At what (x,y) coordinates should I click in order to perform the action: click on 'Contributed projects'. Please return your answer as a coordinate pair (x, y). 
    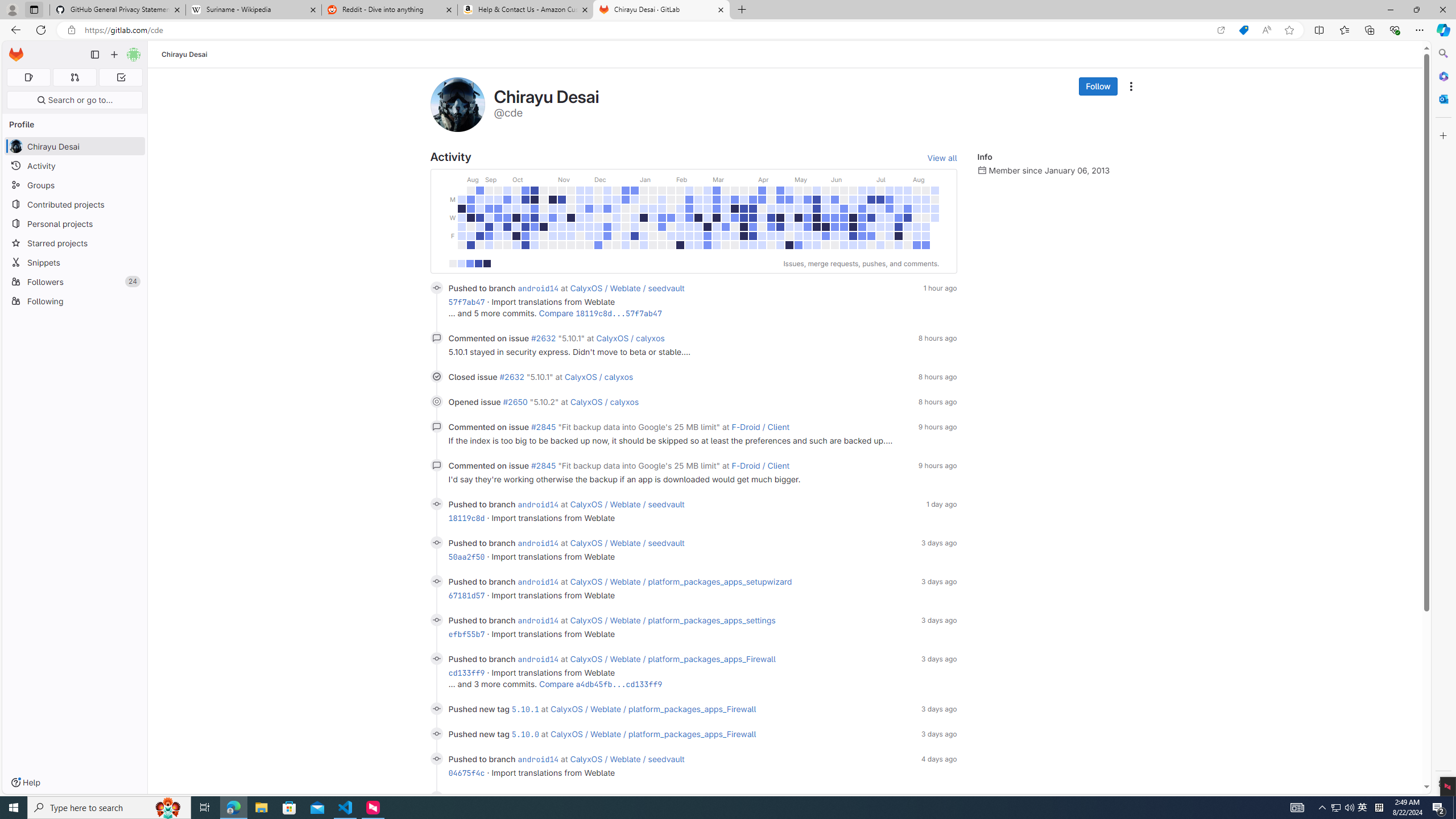
    Looking at the image, I should click on (74, 204).